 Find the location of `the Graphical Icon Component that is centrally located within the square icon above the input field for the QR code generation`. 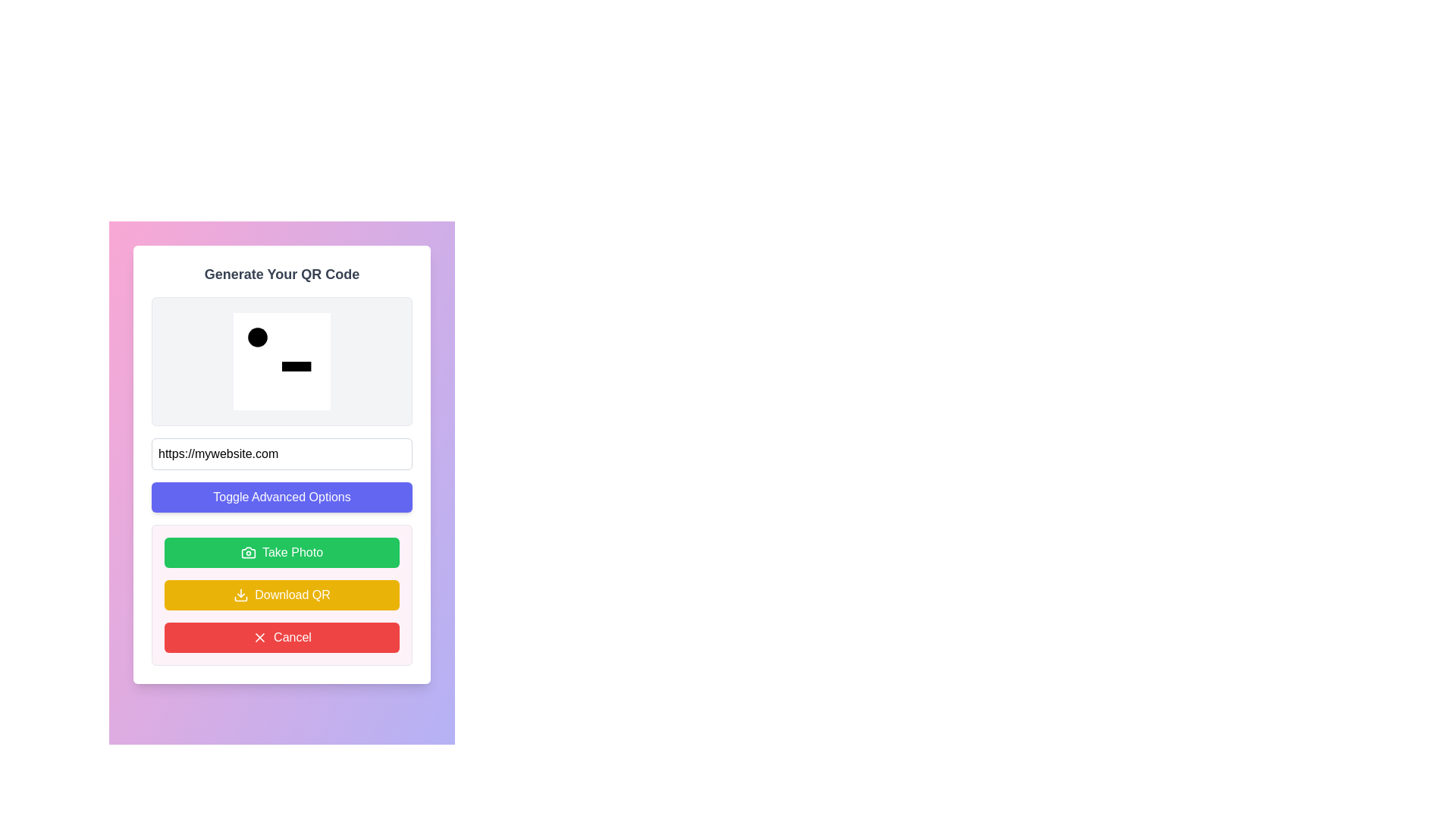

the Graphical Icon Component that is centrally located within the square icon above the input field for the QR code generation is located at coordinates (282, 362).